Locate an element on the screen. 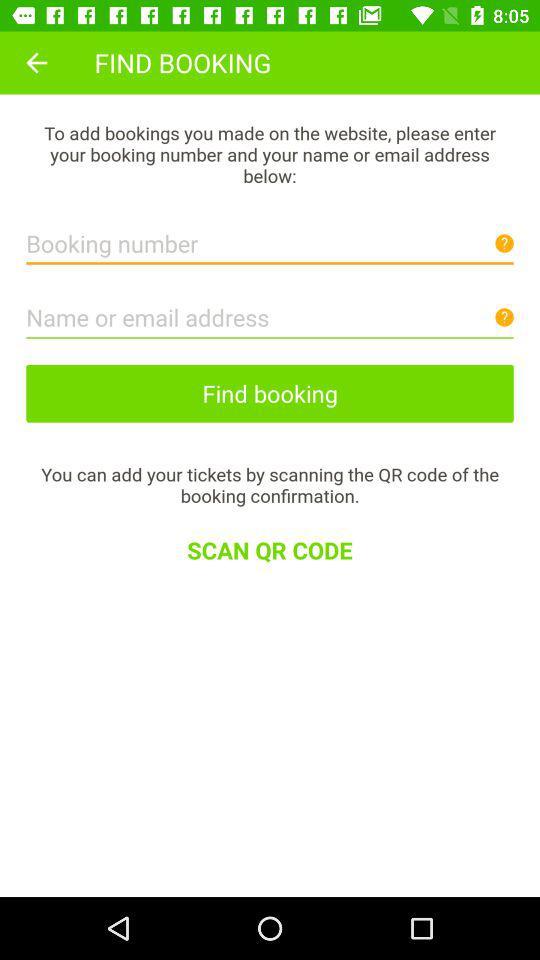  the item above to add bookings item is located at coordinates (36, 62).